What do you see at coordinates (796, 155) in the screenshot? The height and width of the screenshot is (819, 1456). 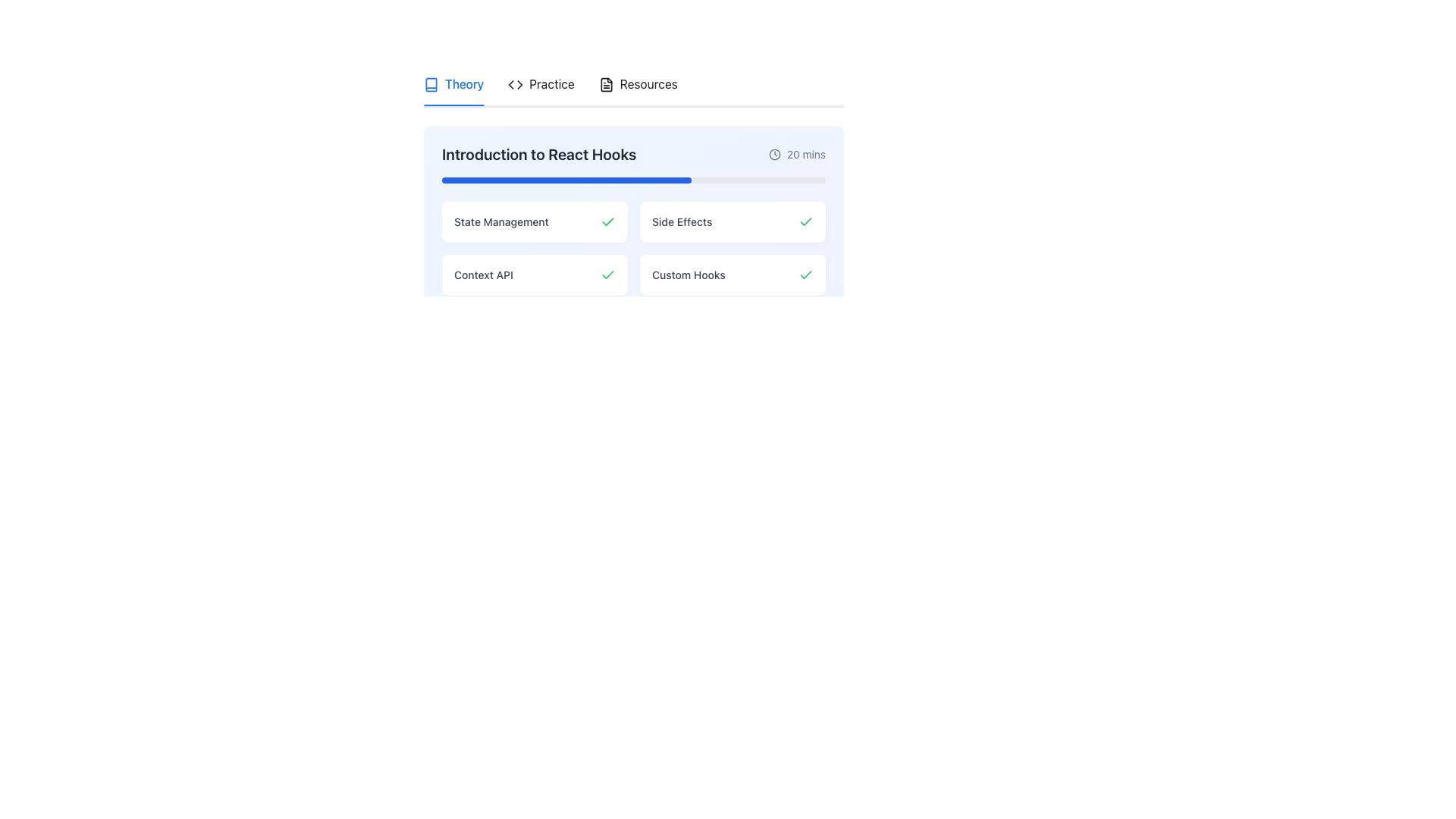 I see `estimated time duration displayed for the topic 'Introduction to React Hooks', which is located in the top-right of the block adjacent to the progress bar` at bounding box center [796, 155].